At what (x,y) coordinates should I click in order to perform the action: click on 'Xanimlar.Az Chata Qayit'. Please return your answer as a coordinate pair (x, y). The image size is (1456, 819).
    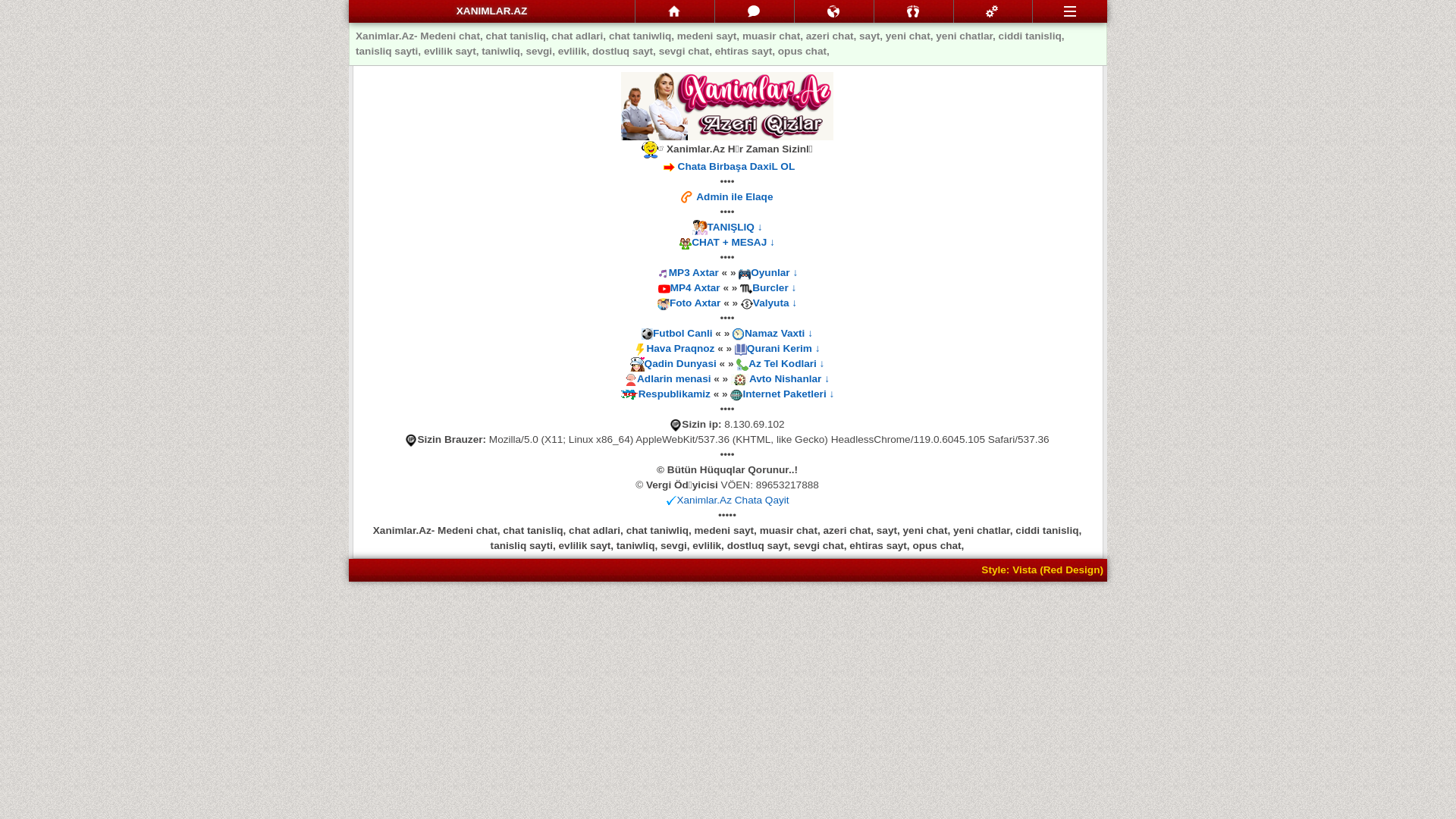
    Looking at the image, I should click on (732, 500).